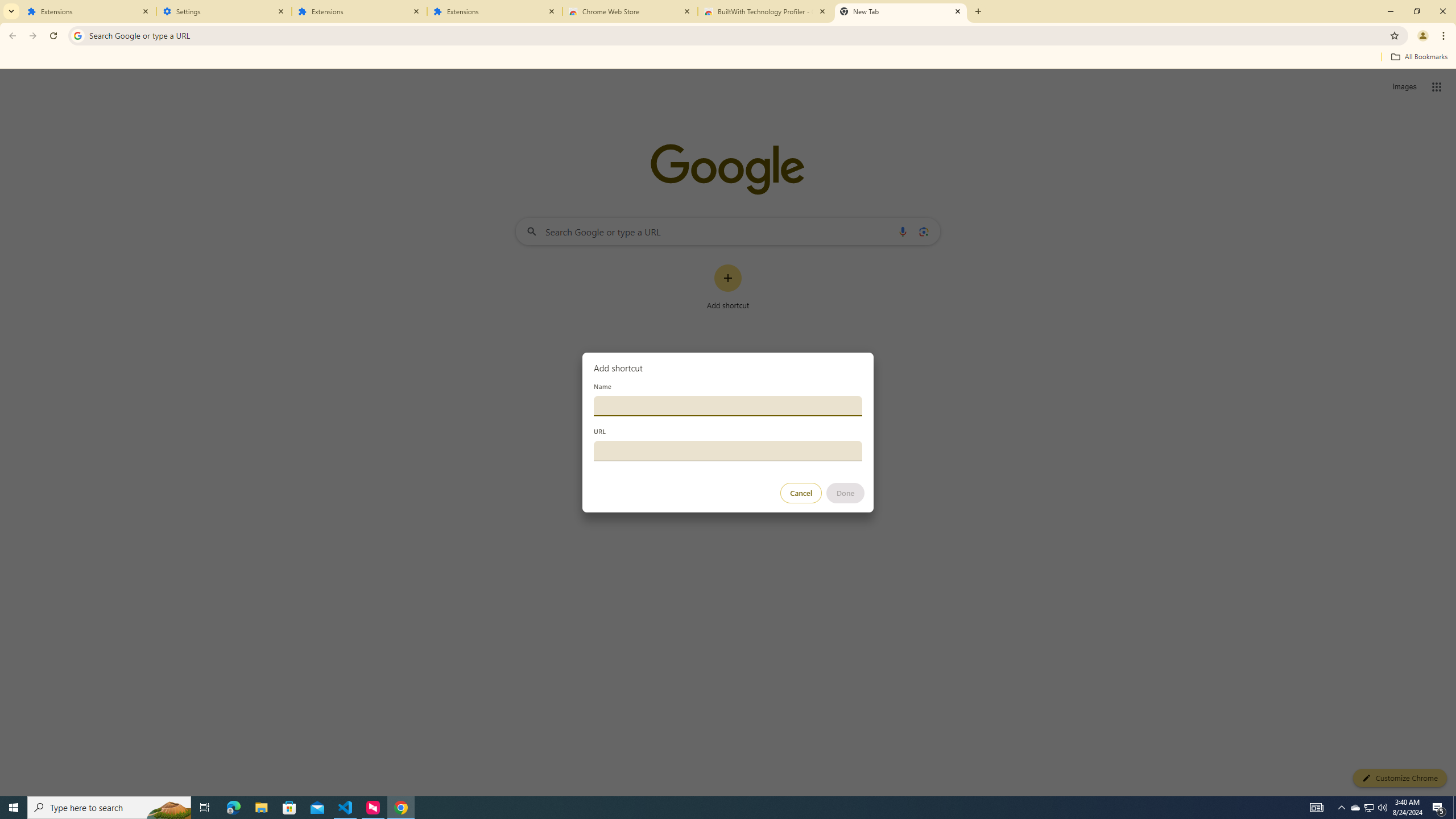  Describe the element at coordinates (846, 493) in the screenshot. I see `'Done'` at that location.